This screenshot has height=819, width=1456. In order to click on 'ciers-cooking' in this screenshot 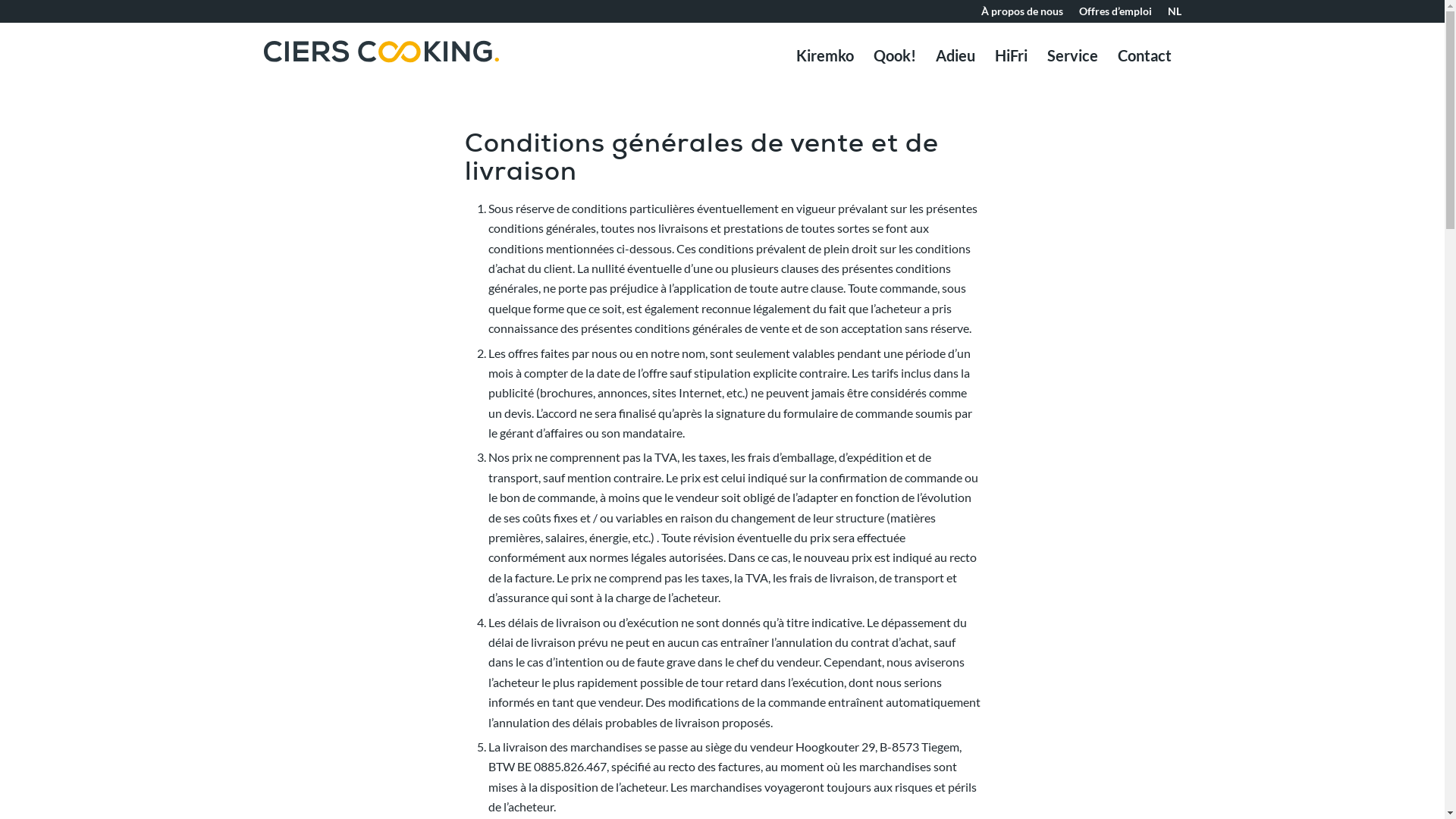, I will do `click(381, 73)`.